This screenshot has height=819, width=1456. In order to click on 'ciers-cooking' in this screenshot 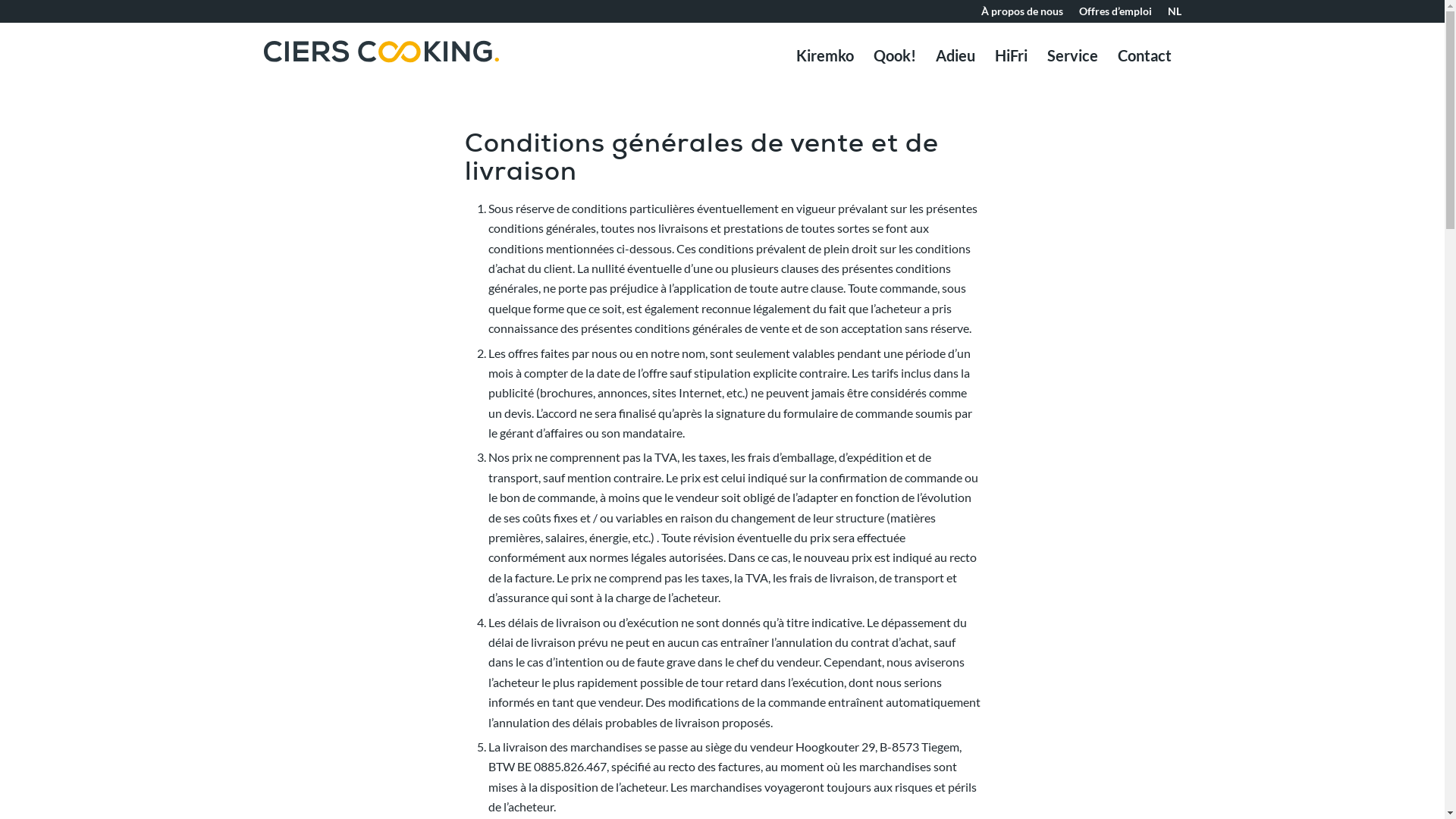, I will do `click(381, 73)`.